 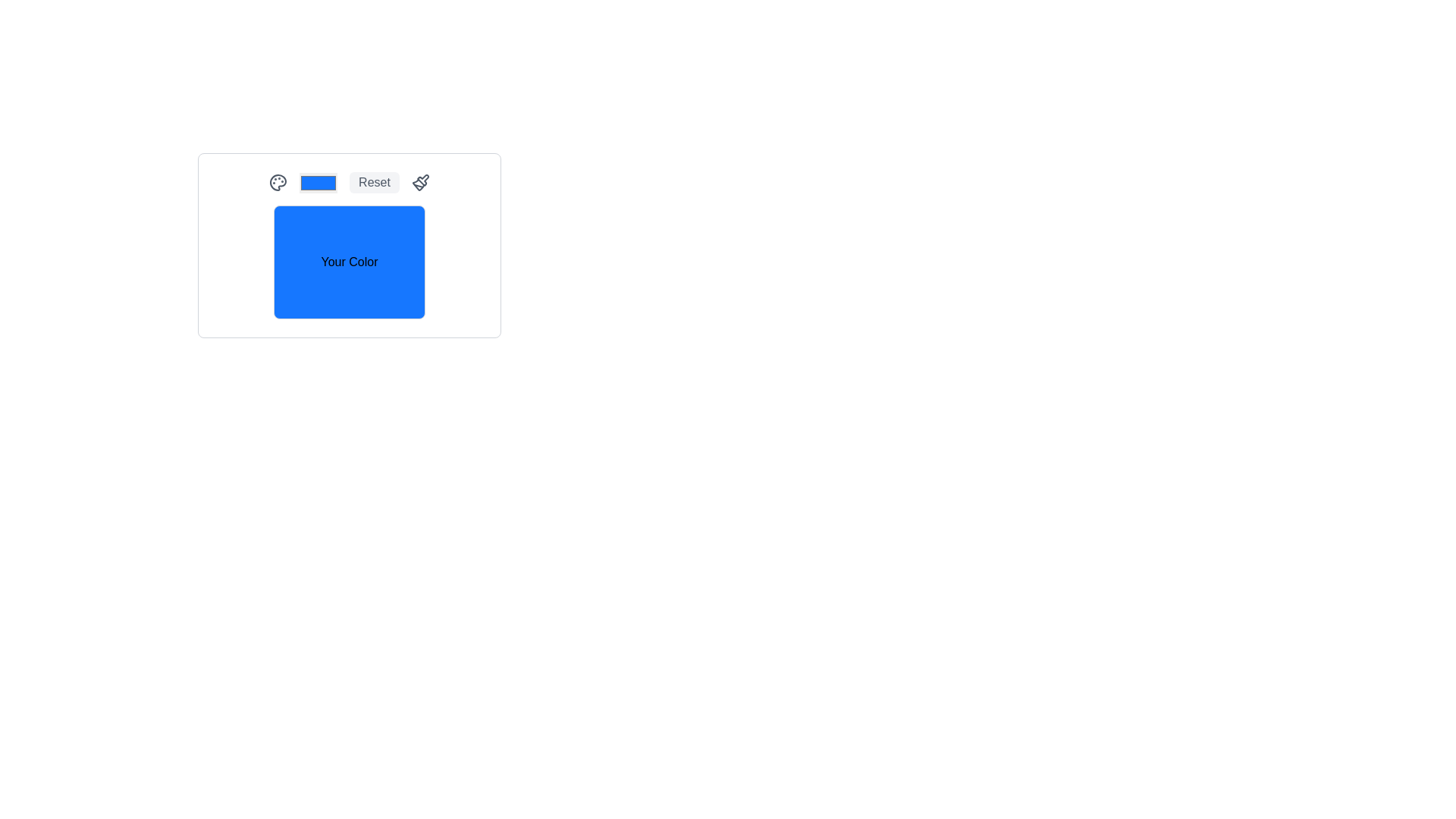 I want to click on the Display Box, which has a bright blue background and contains centered text saying 'Your Color' in black font, located below the controls row, so click(x=348, y=262).